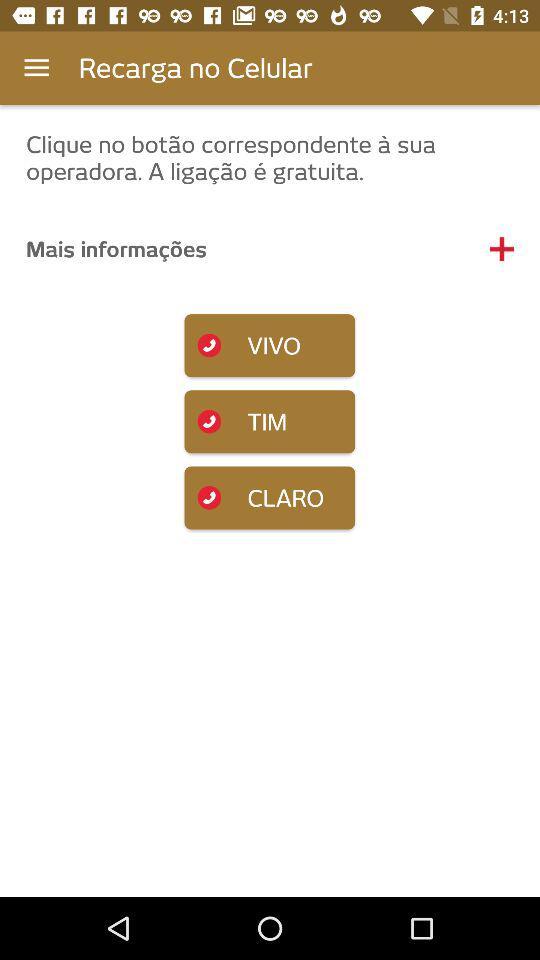 This screenshot has width=540, height=960. What do you see at coordinates (36, 68) in the screenshot?
I see `item at the top left corner` at bounding box center [36, 68].